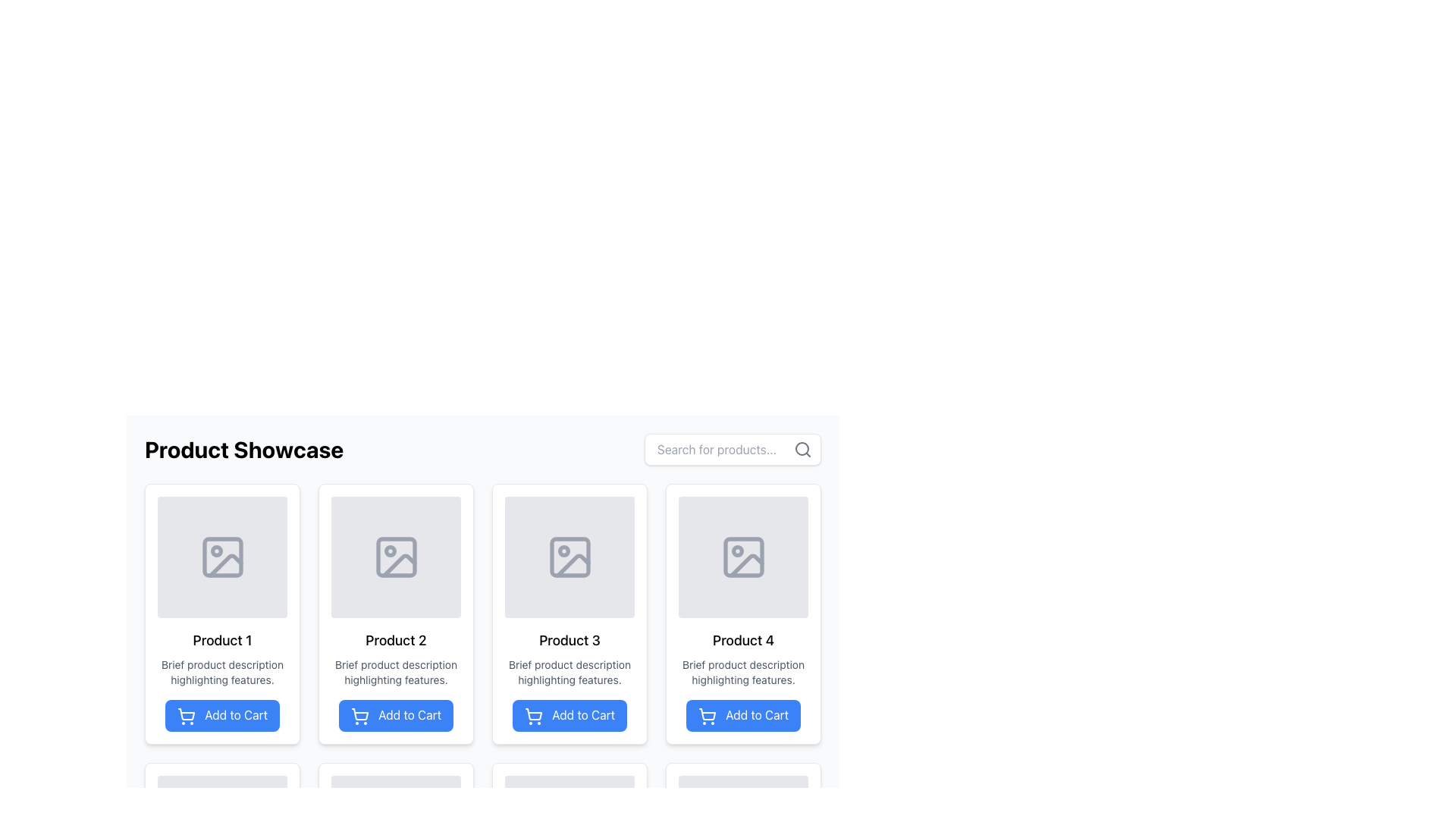 This screenshot has width=1456, height=819. I want to click on the icon element that appears as a slanted line within the second product card of the product showcase grid, so click(399, 566).